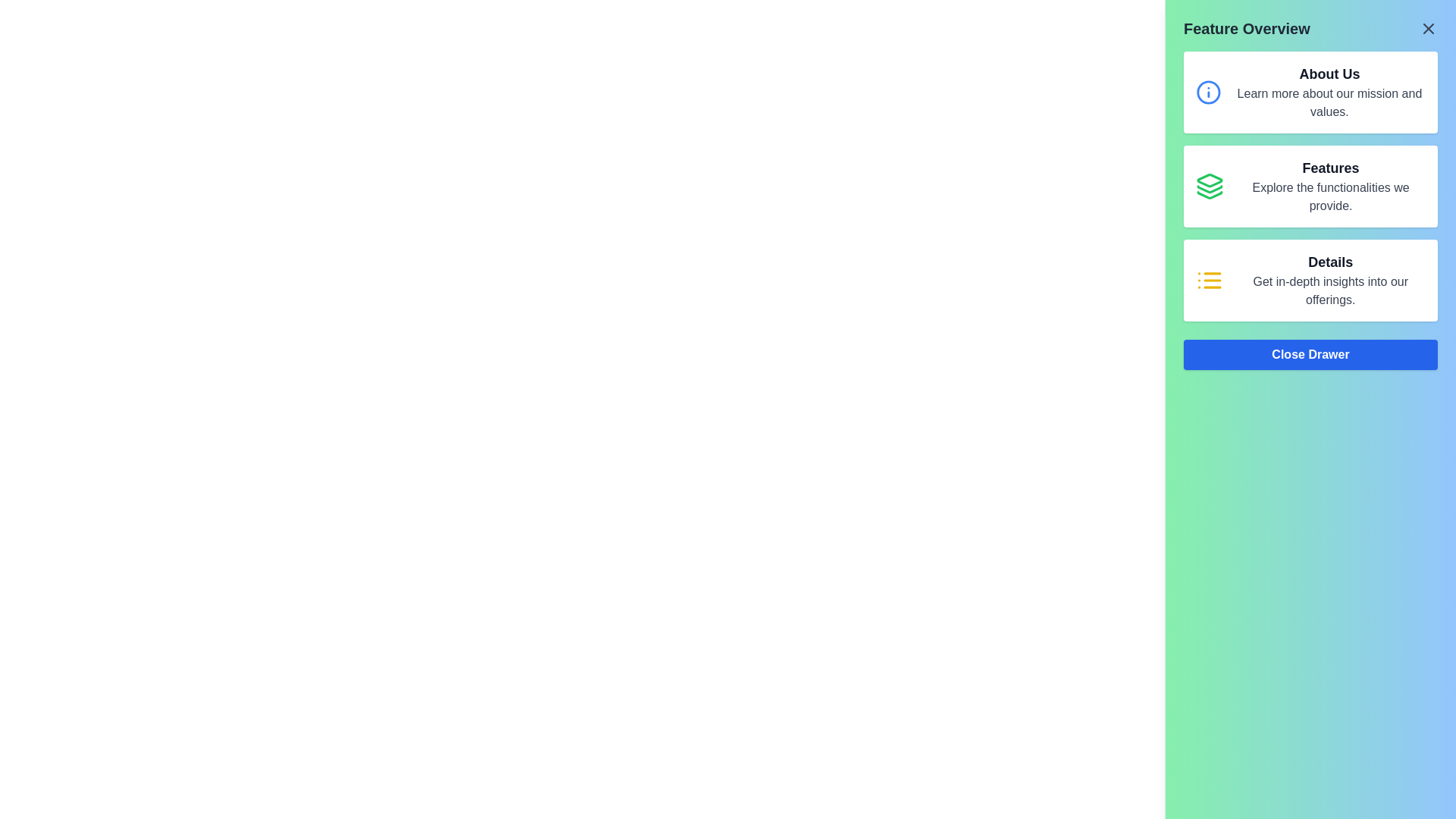 This screenshot has width=1456, height=819. Describe the element at coordinates (1427, 29) in the screenshot. I see `the small 'X' icon button located at the far right of the top section of the interface, adjacent to the 'Feature Overview' title` at that location.